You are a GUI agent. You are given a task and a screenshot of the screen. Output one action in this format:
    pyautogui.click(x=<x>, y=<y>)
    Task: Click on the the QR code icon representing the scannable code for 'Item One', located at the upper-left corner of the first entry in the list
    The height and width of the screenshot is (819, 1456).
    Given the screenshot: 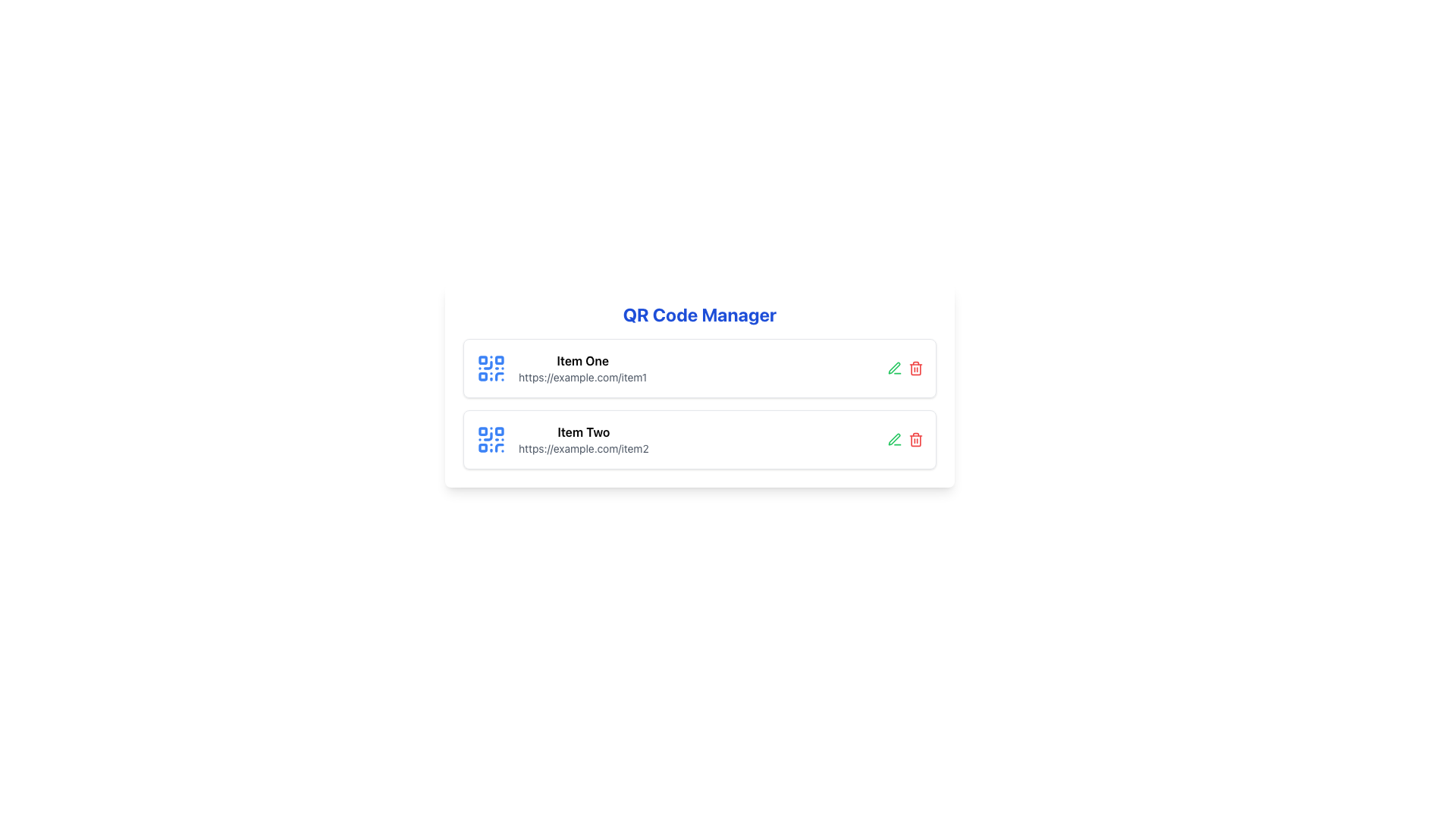 What is the action you would take?
    pyautogui.click(x=491, y=369)
    